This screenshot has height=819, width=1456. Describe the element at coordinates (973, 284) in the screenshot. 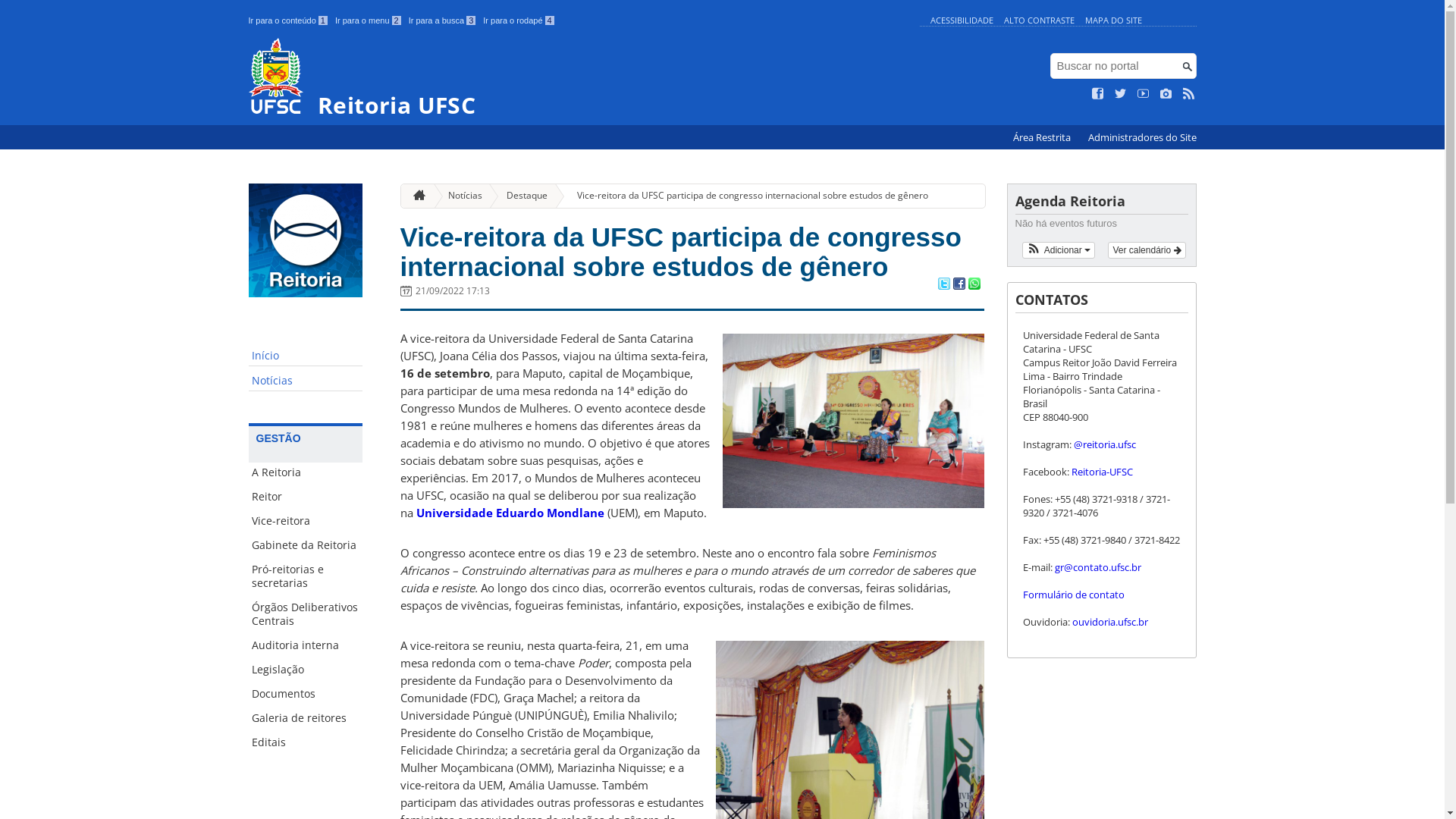

I see `'Compartilhar no WhatsApp'` at that location.